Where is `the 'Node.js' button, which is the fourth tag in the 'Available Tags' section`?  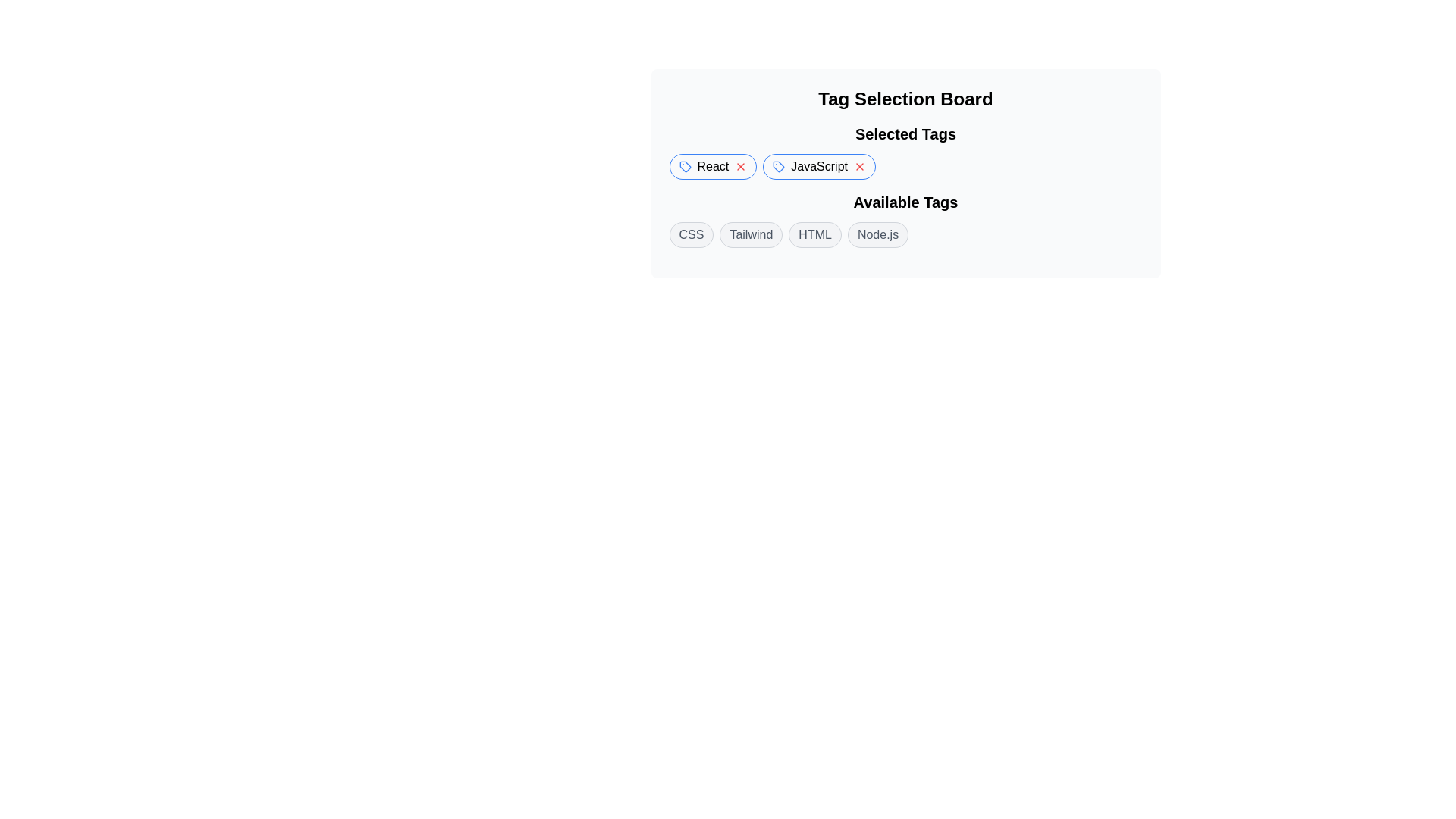
the 'Node.js' button, which is the fourth tag in the 'Available Tags' section is located at coordinates (877, 234).